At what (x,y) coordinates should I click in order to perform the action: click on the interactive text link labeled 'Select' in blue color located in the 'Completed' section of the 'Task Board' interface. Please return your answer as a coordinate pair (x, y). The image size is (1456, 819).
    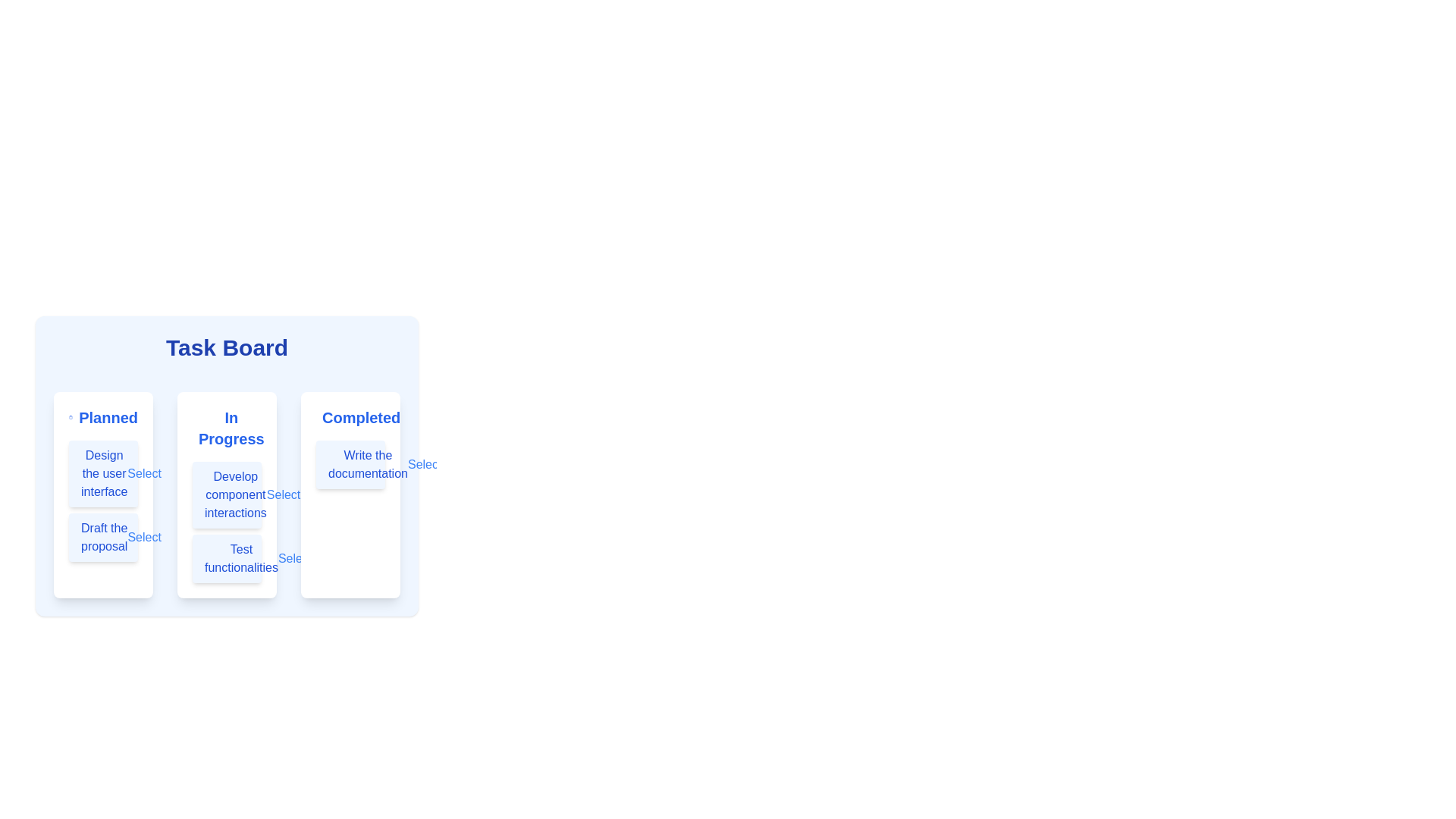
    Looking at the image, I should click on (425, 464).